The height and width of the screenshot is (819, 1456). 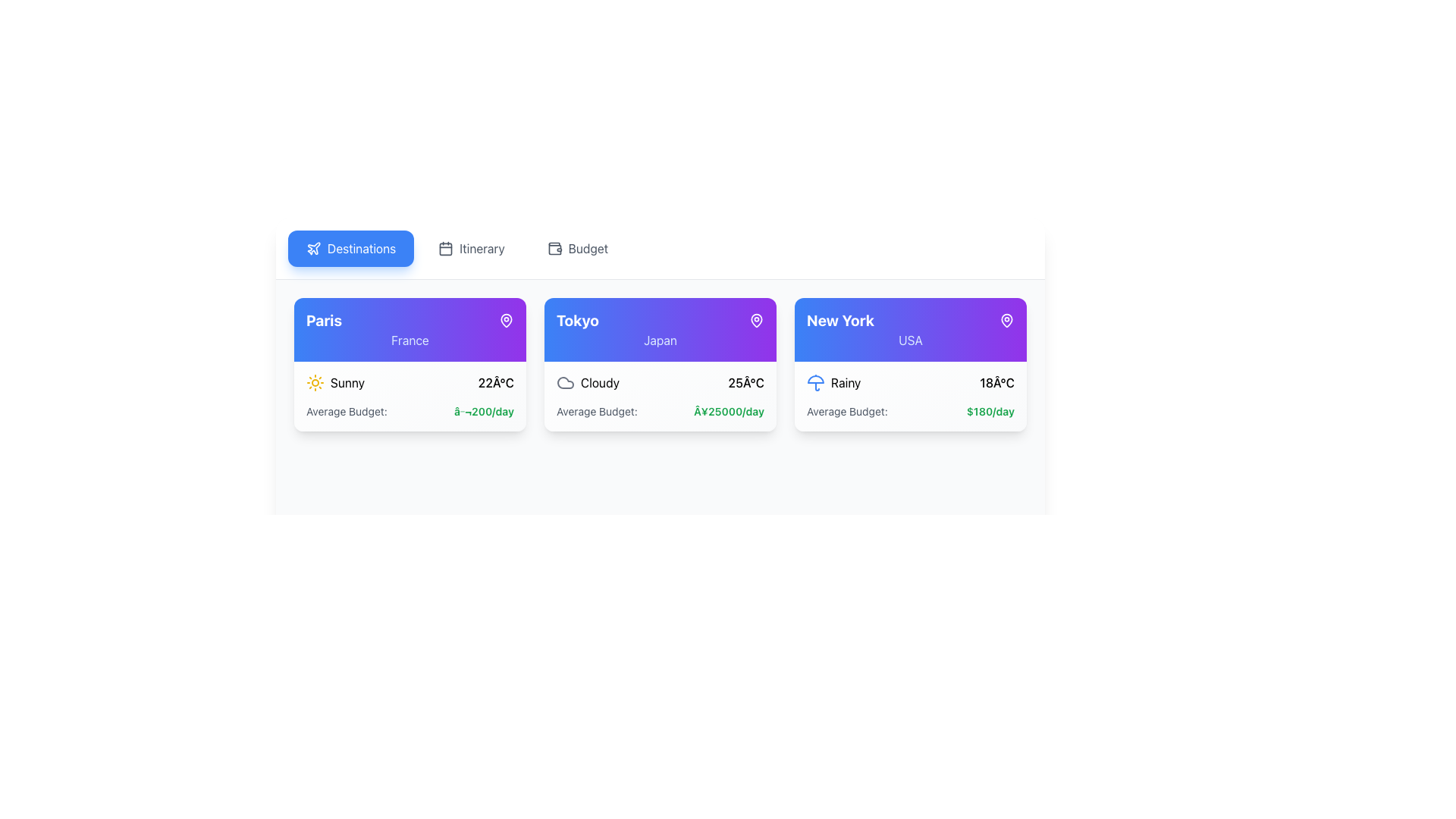 I want to click on the text label displaying 'Average Budget:' which is located within the Tokyo card, near the bottom and slightly to the left of the budget amount text, so click(x=596, y=412).